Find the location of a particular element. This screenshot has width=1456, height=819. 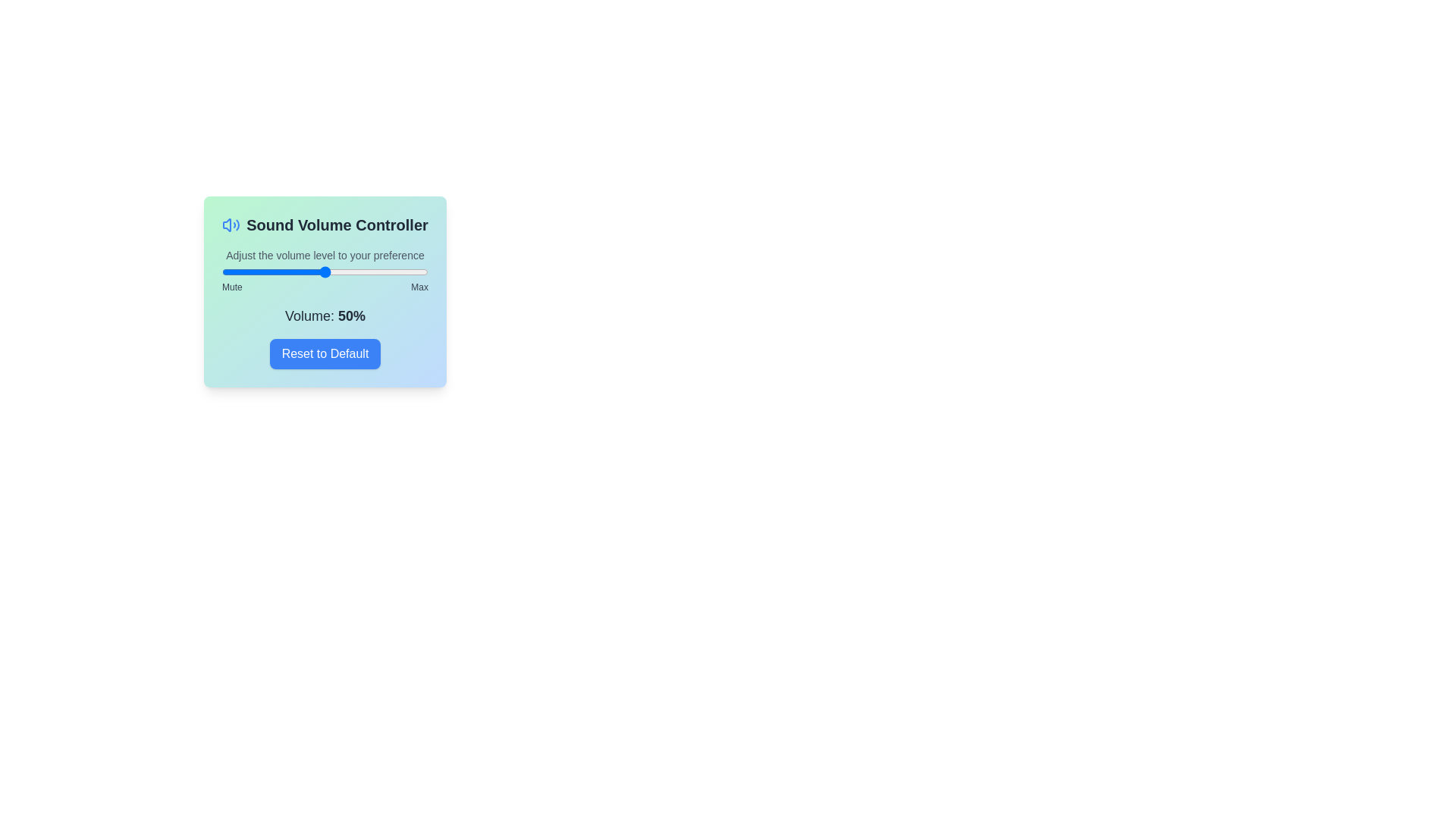

the volume to 37 percent by dragging the slider is located at coordinates (298, 271).